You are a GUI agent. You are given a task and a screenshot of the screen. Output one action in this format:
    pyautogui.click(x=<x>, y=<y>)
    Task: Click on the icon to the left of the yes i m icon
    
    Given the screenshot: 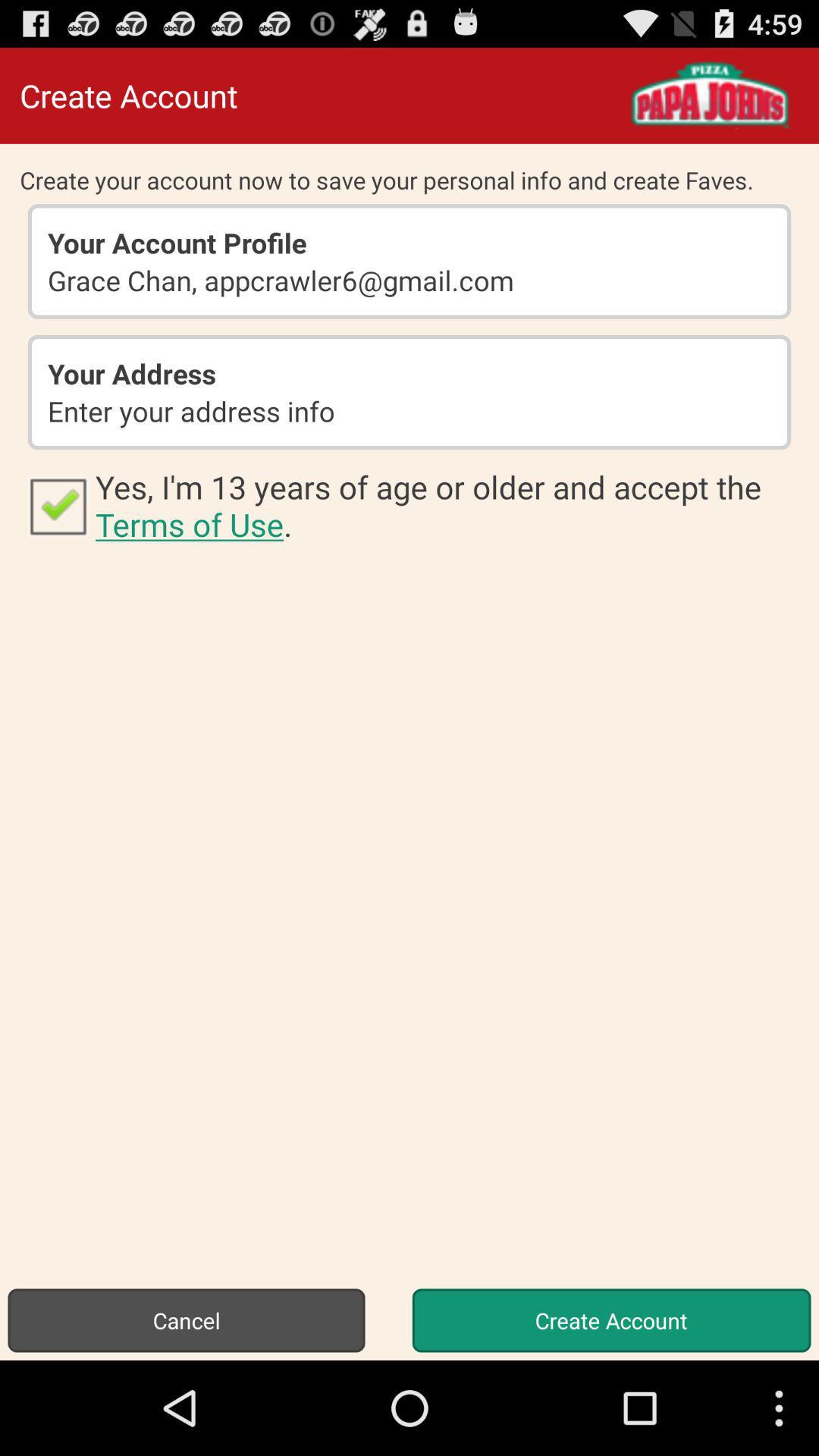 What is the action you would take?
    pyautogui.click(x=57, y=505)
    